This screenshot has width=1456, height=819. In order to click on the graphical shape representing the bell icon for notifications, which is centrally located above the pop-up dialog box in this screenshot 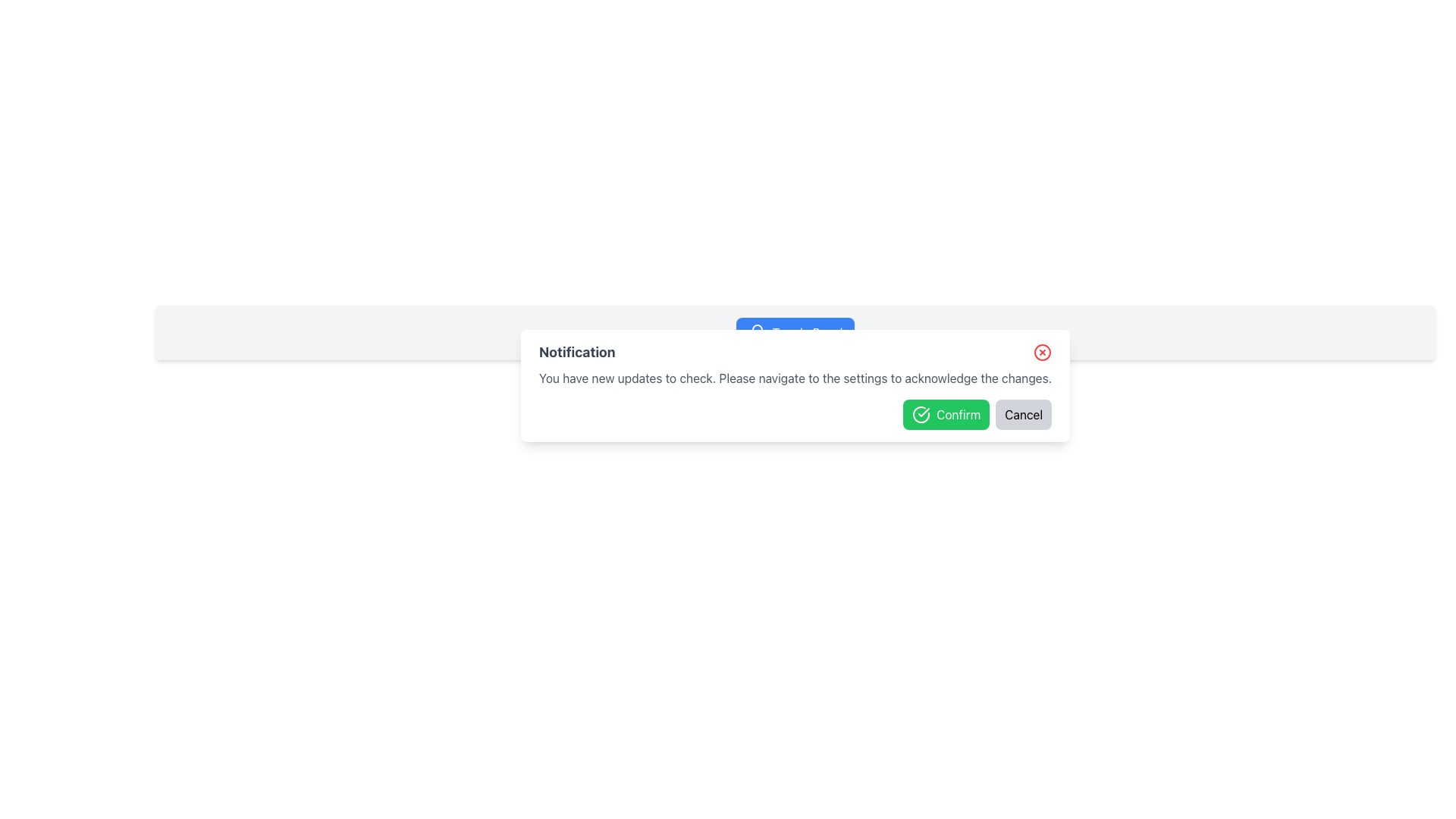, I will do `click(757, 330)`.